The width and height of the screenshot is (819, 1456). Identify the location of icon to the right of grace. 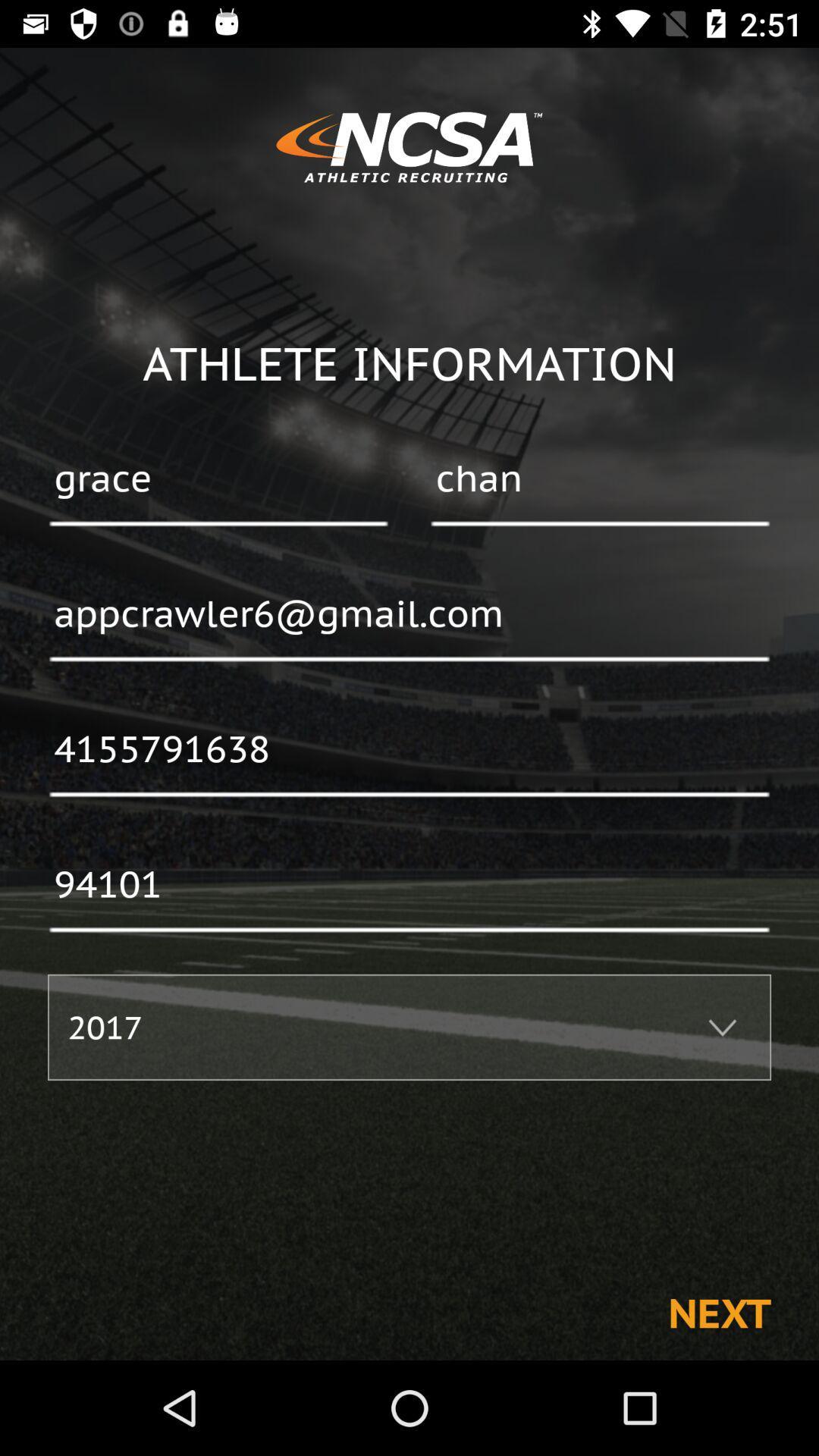
(599, 479).